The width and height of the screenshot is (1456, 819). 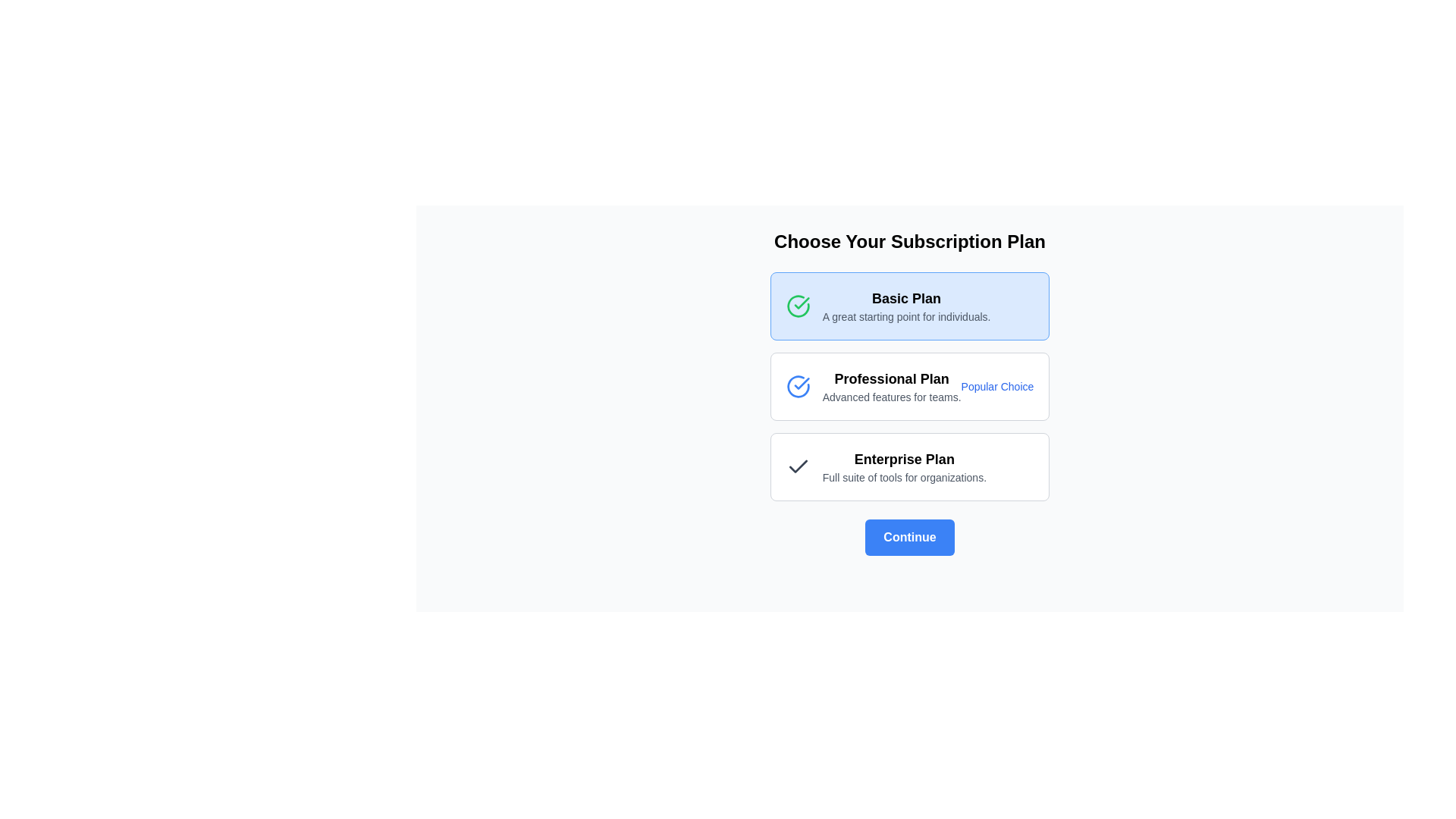 I want to click on the checkmark icon within the SVG component that represents a selection or confirmation, located adjacent to the 'Basic Plan' label, so click(x=801, y=382).